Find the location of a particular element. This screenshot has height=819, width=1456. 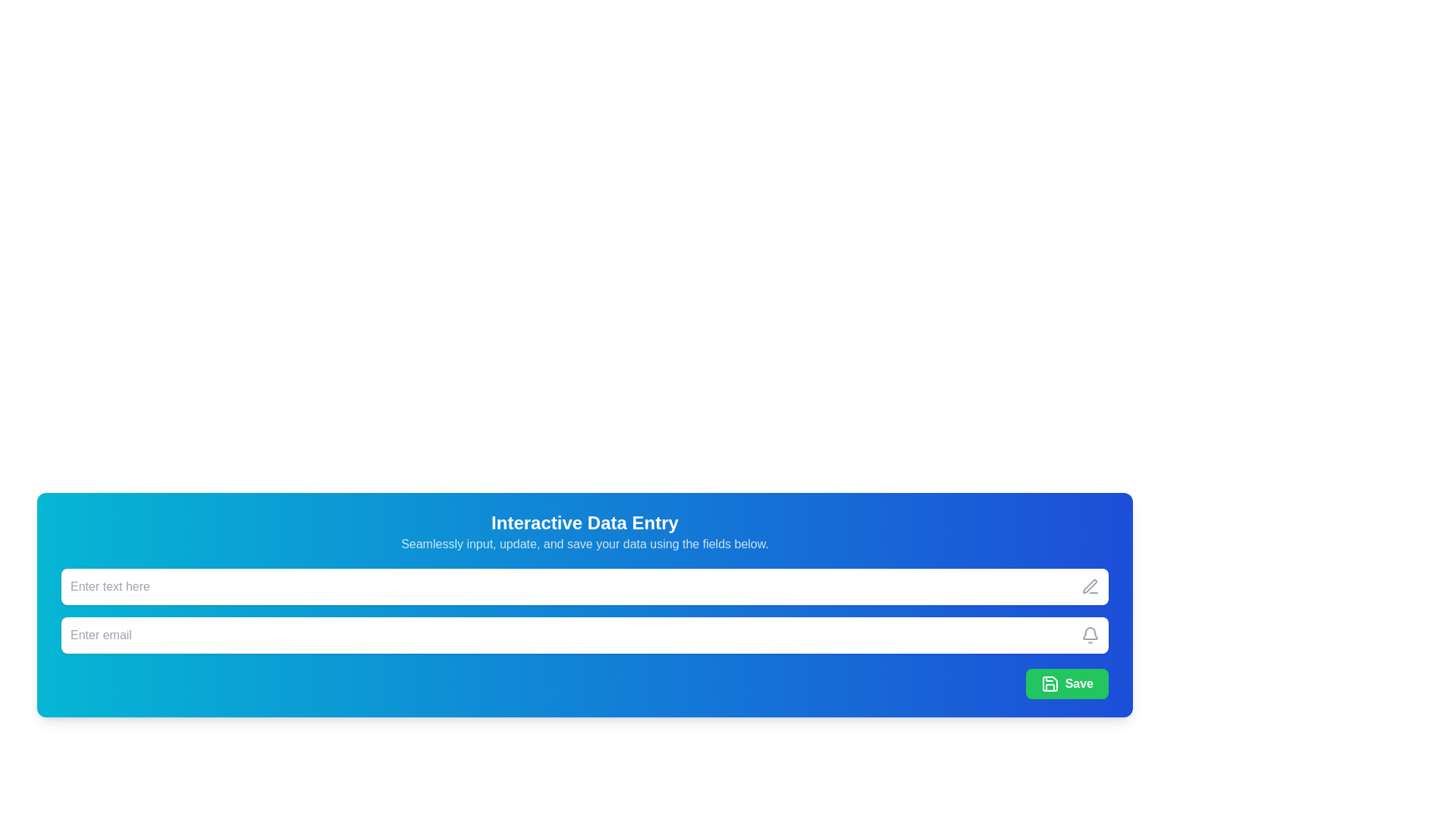

the text header displaying 'Interactive Data Entry', which is styled with a bold, large white font on a cyan to blue gradient background is located at coordinates (584, 522).